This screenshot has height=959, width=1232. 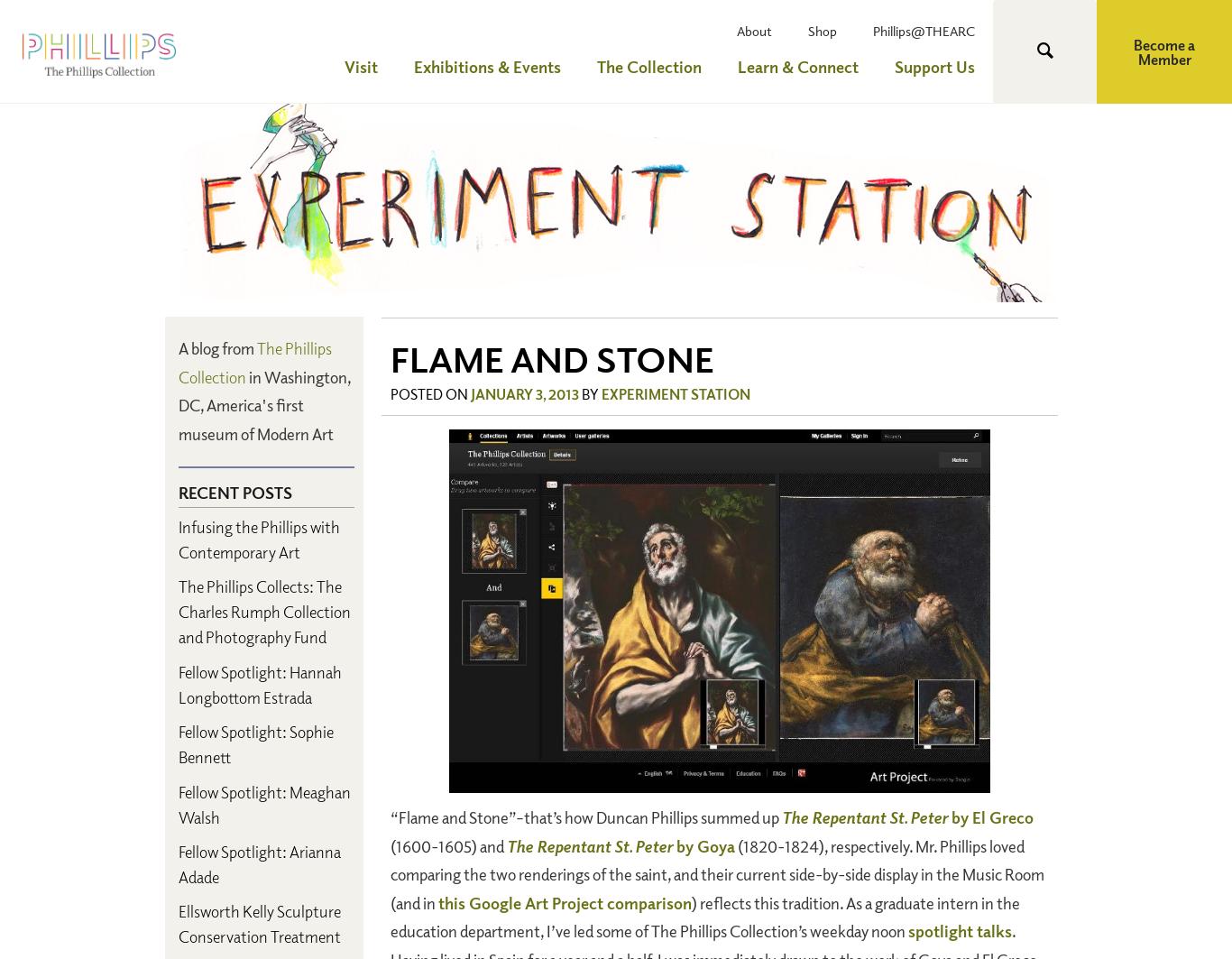 What do you see at coordinates (217, 347) in the screenshot?
I see `'A blog from'` at bounding box center [217, 347].